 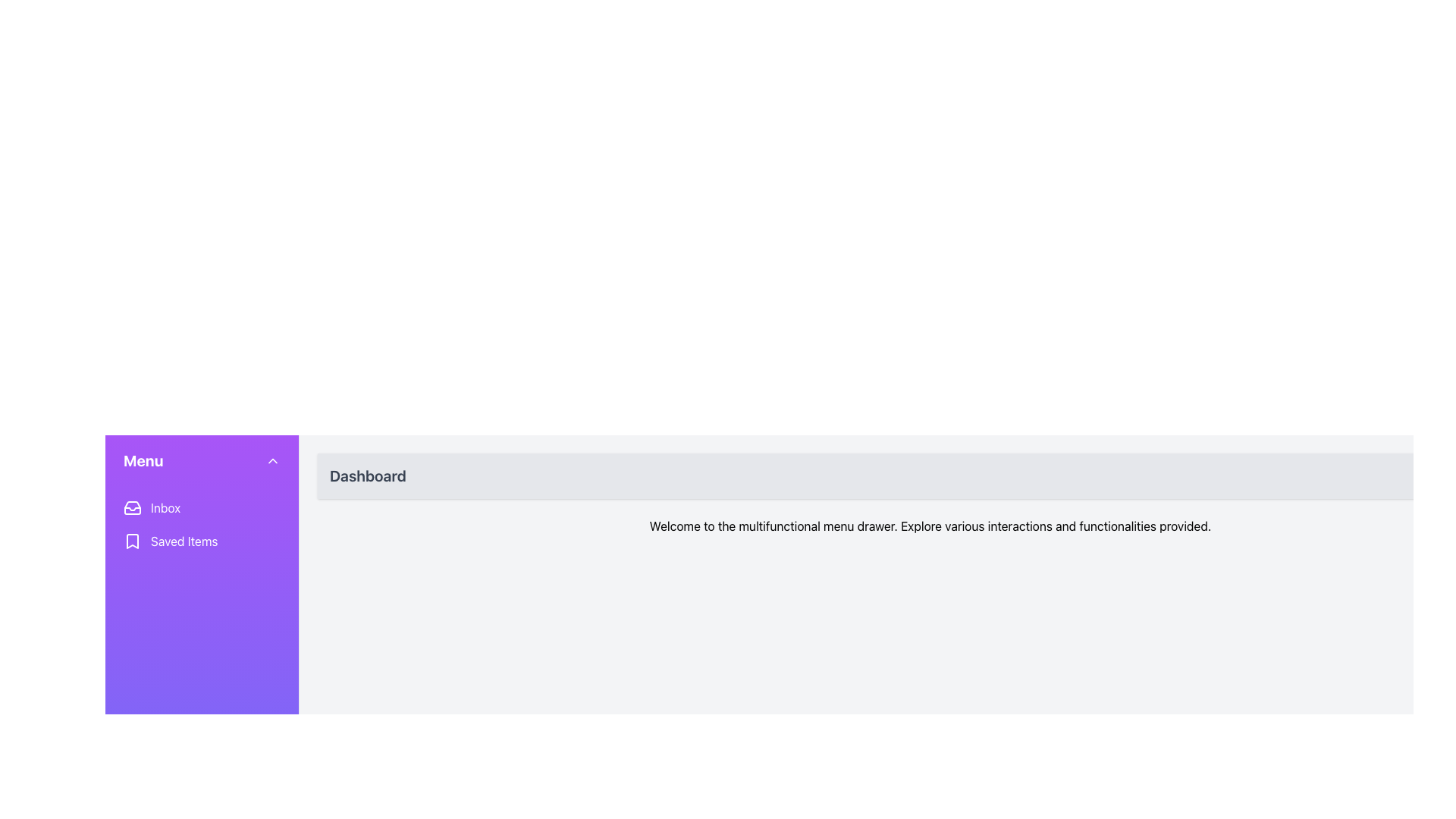 What do you see at coordinates (132, 509) in the screenshot?
I see `the Polygonal vector graphic element representing the inbox icon located in the left sidebar menu, adjacent to the 'Inbox' label` at bounding box center [132, 509].